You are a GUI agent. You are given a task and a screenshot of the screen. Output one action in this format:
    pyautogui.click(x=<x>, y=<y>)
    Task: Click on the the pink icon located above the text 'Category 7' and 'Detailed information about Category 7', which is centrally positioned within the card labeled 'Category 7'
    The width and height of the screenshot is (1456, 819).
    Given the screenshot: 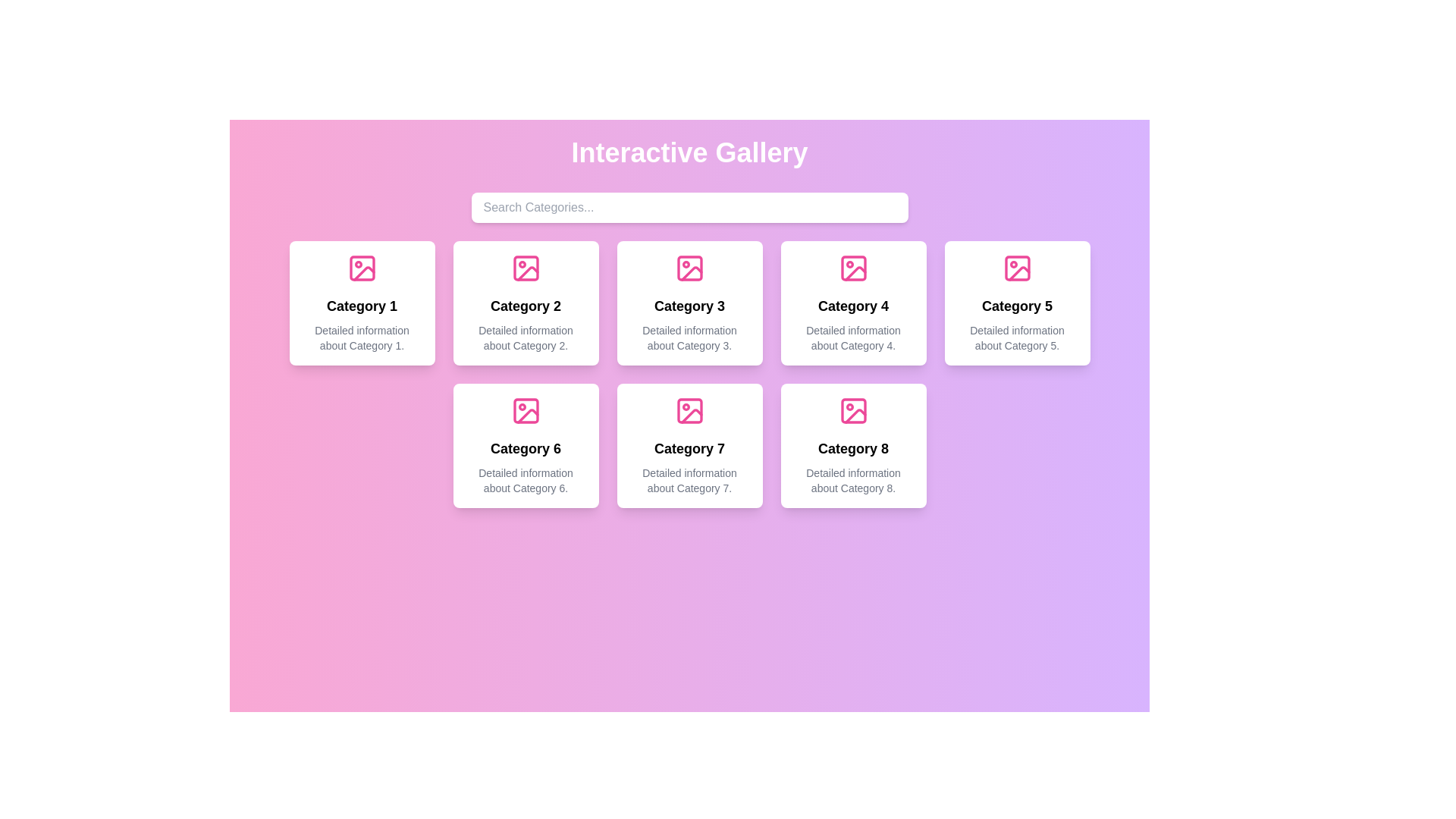 What is the action you would take?
    pyautogui.click(x=689, y=411)
    